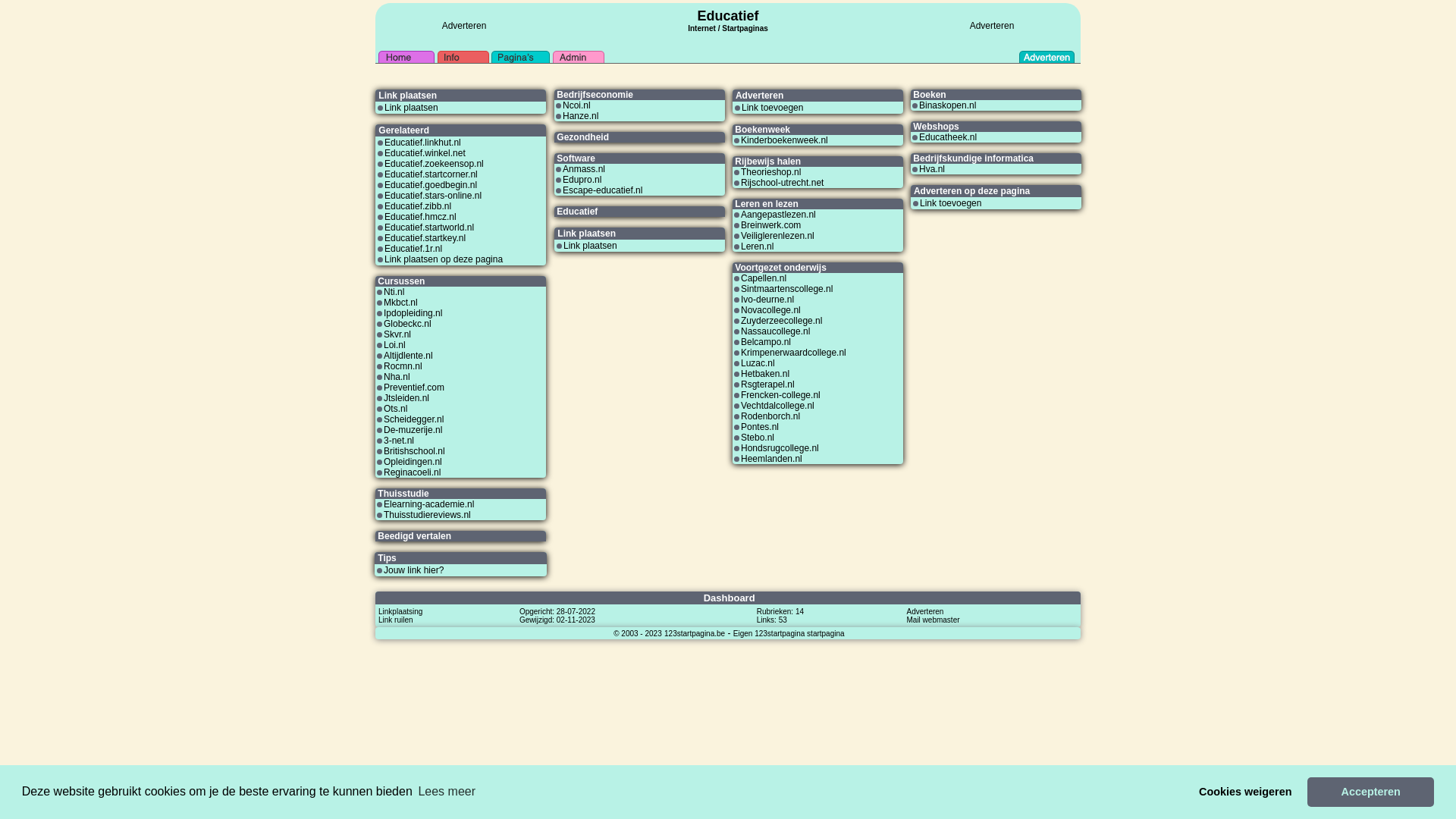 This screenshot has width=1456, height=819. I want to click on 'Educatief.hmcz.nl', so click(384, 216).